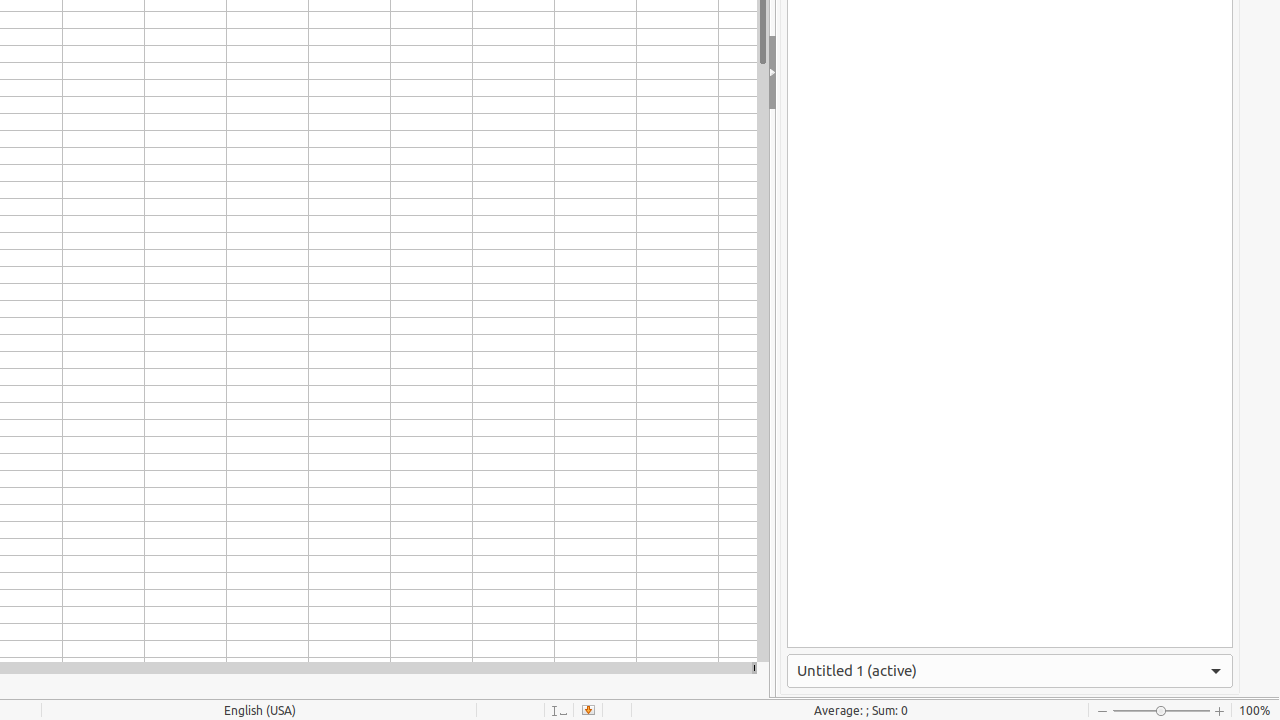  Describe the element at coordinates (1010, 670) in the screenshot. I see `'Active Window'` at that location.